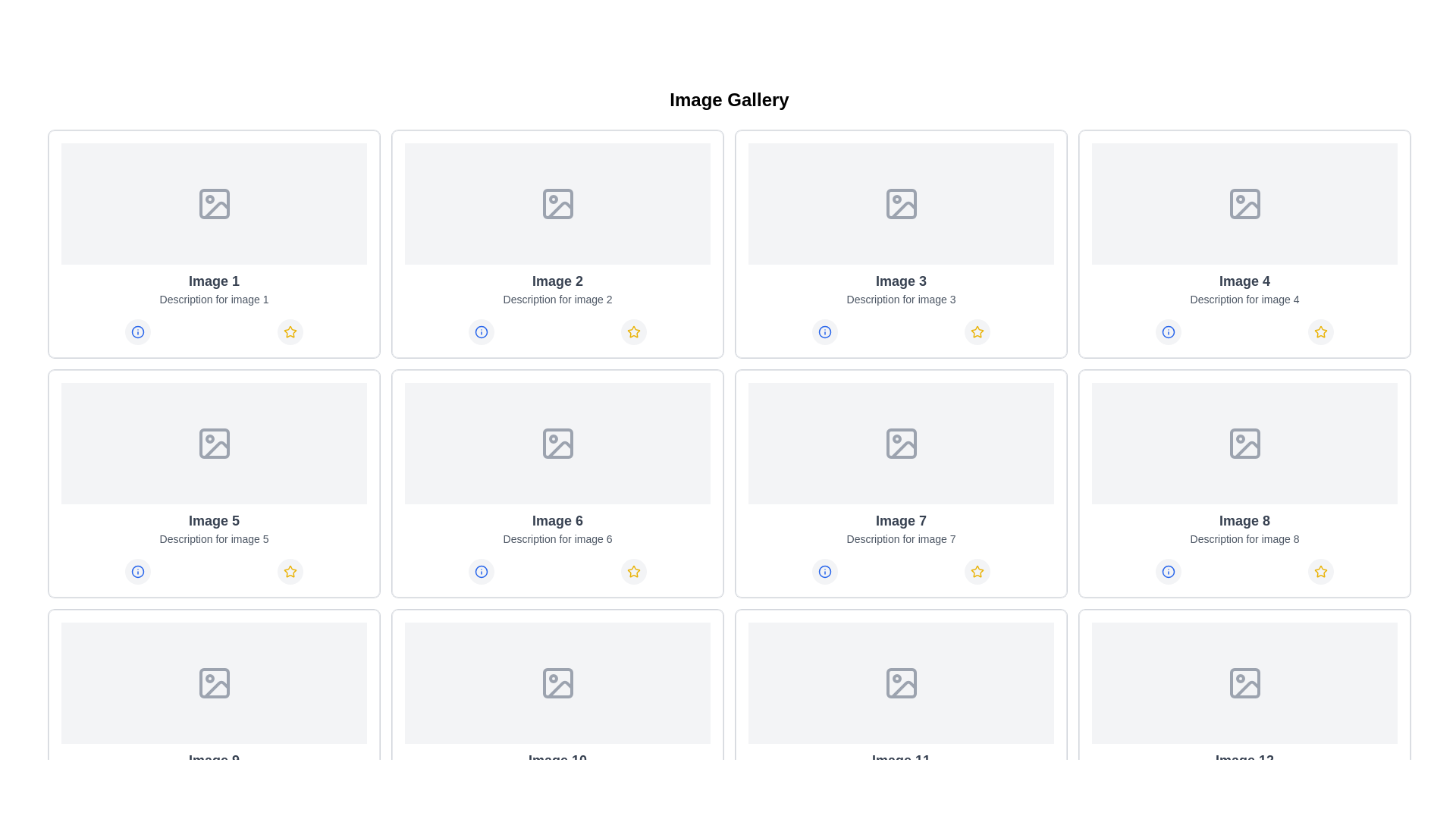  Describe the element at coordinates (1244, 538) in the screenshot. I see `the text label displaying 'Description for image 8', which is styled in a small gray font and positioned below the title 'Image 8' in a rectangular card` at that location.